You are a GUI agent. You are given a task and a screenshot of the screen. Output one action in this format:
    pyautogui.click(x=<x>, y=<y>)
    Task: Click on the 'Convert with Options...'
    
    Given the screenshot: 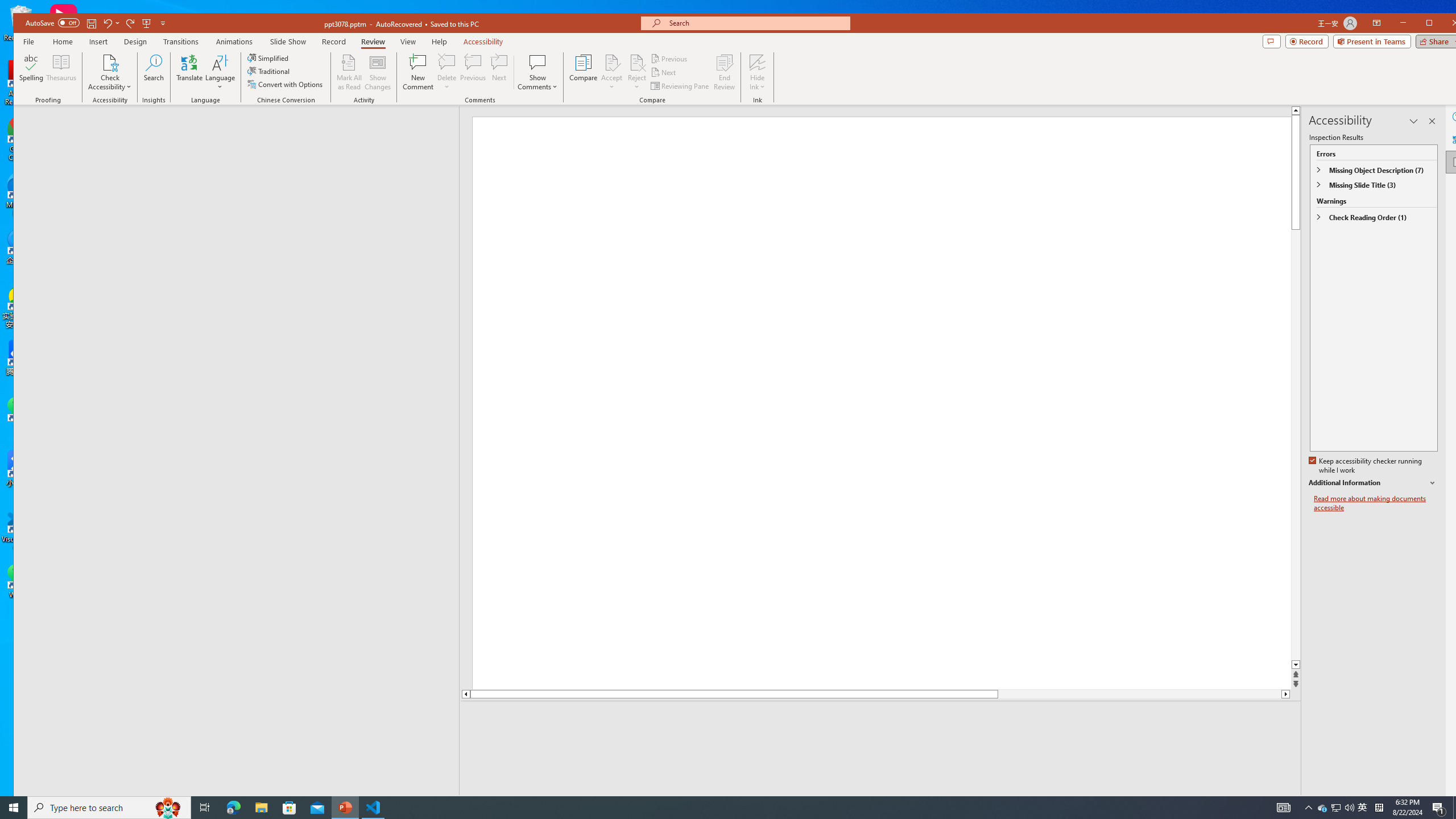 What is the action you would take?
    pyautogui.click(x=286, y=84)
    